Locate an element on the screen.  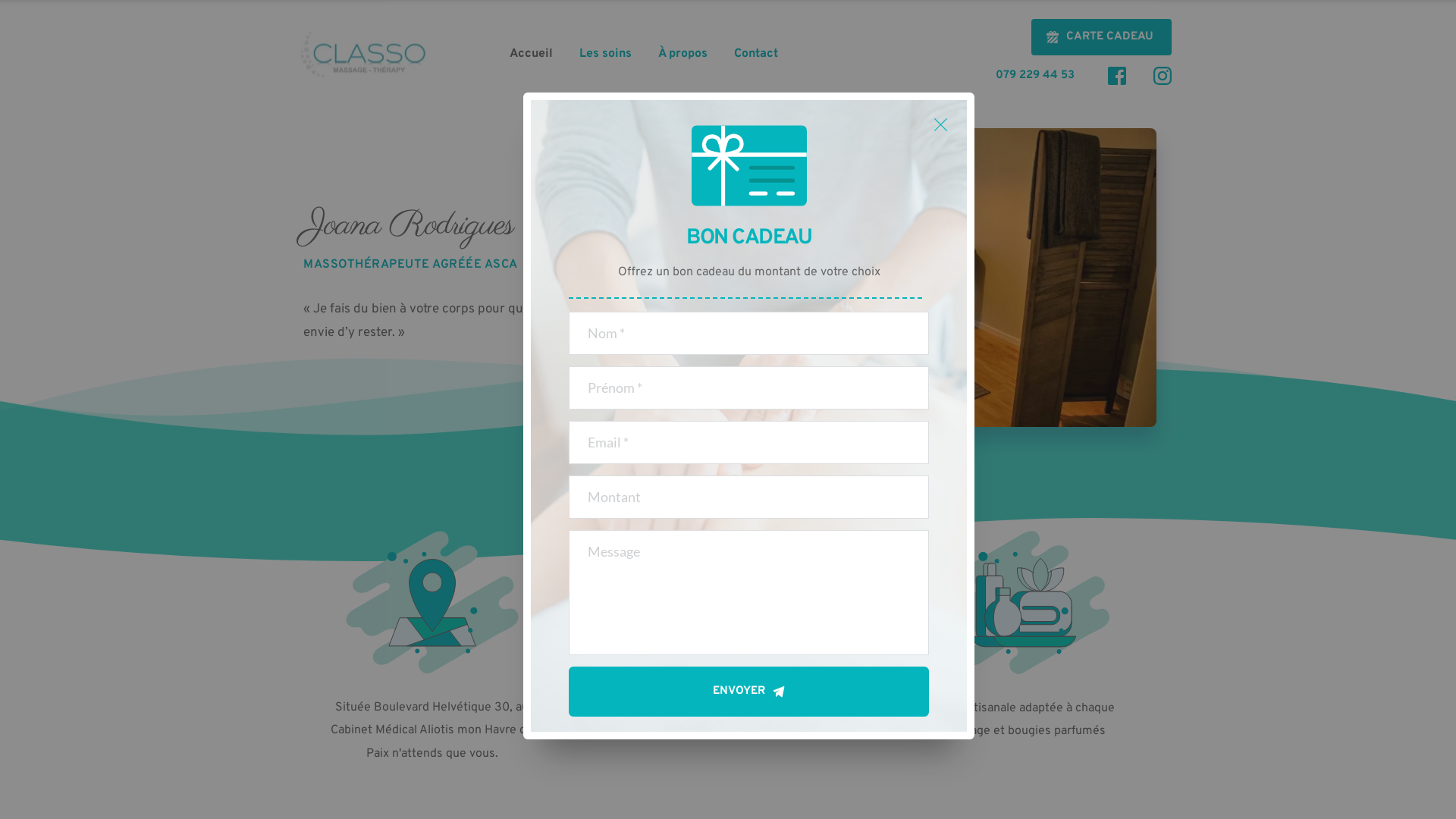
'Les soins' is located at coordinates (604, 52).